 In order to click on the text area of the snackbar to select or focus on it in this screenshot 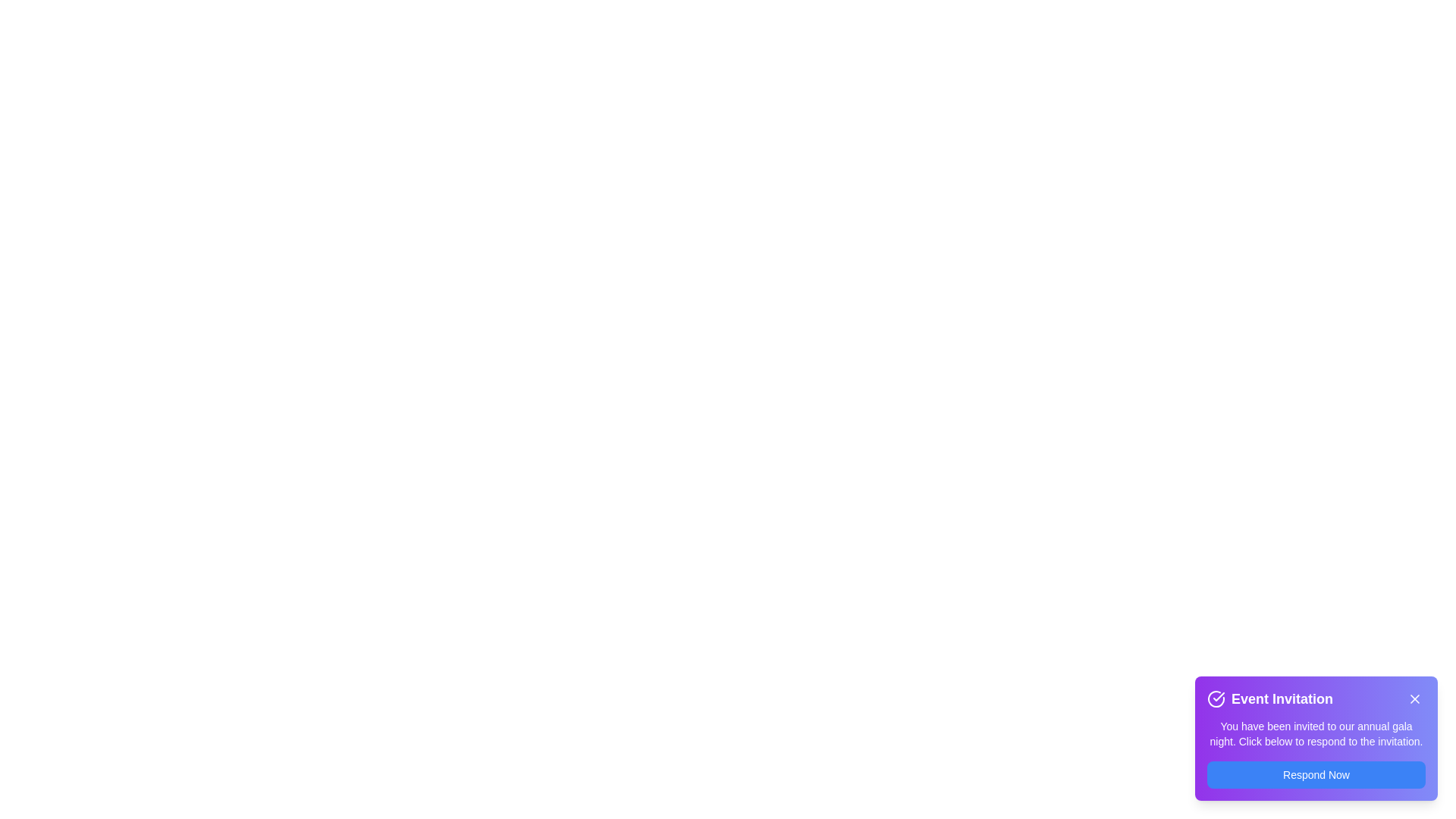, I will do `click(1316, 738)`.